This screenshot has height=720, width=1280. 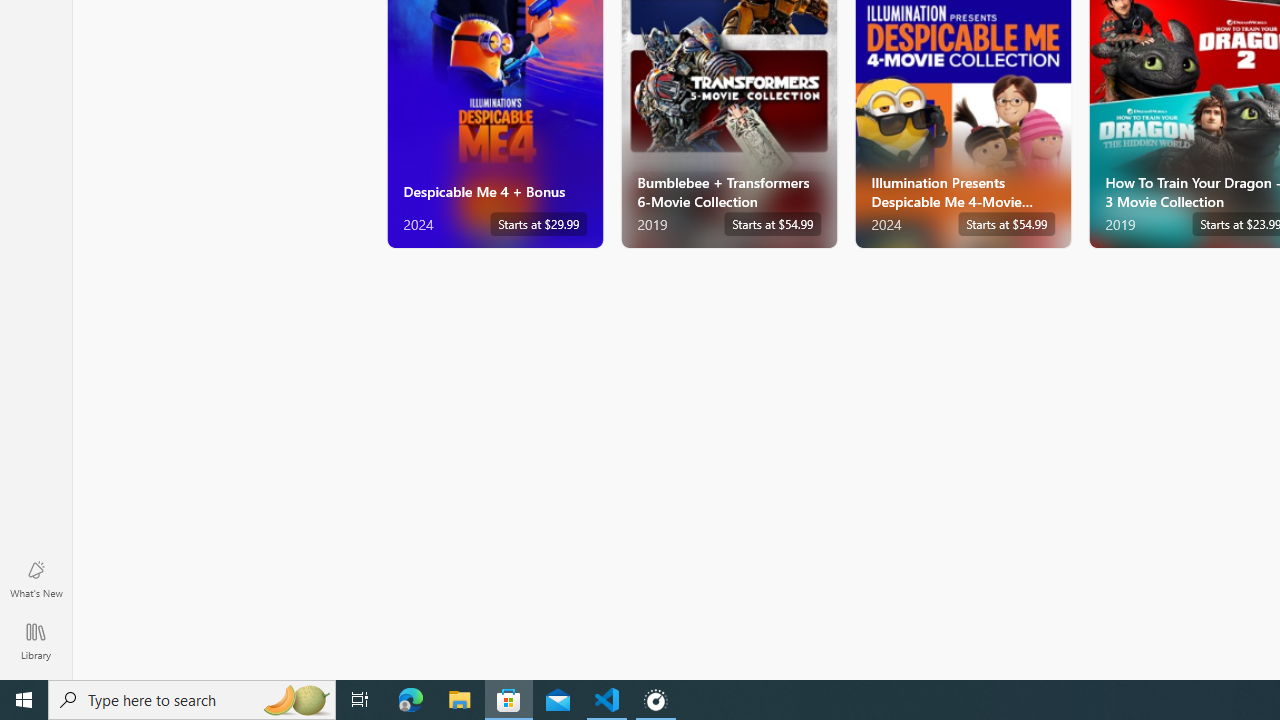 What do you see at coordinates (35, 578) in the screenshot?
I see `'What'` at bounding box center [35, 578].